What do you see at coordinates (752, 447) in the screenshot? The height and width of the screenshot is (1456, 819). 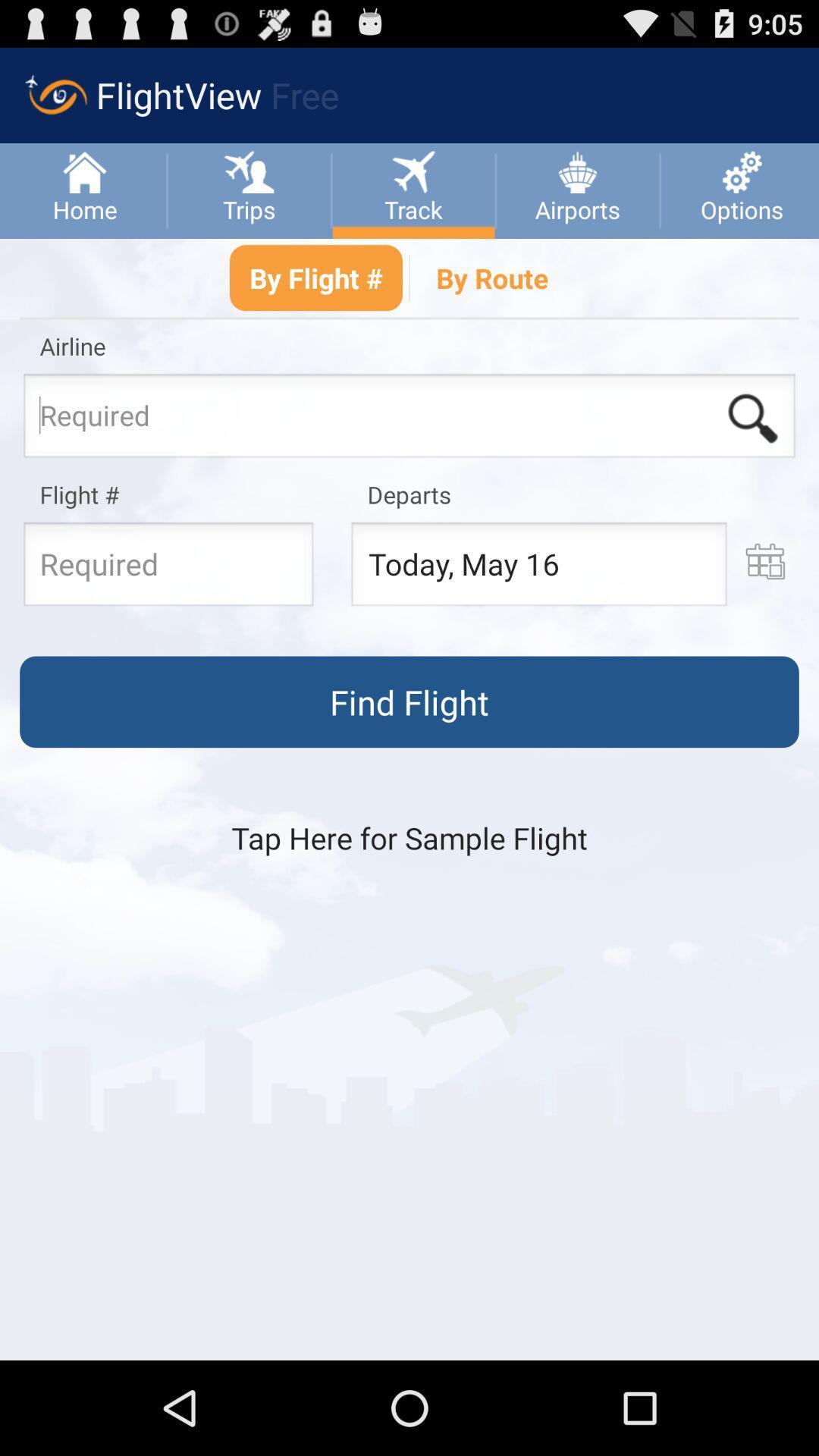 I see `the search icon` at bounding box center [752, 447].